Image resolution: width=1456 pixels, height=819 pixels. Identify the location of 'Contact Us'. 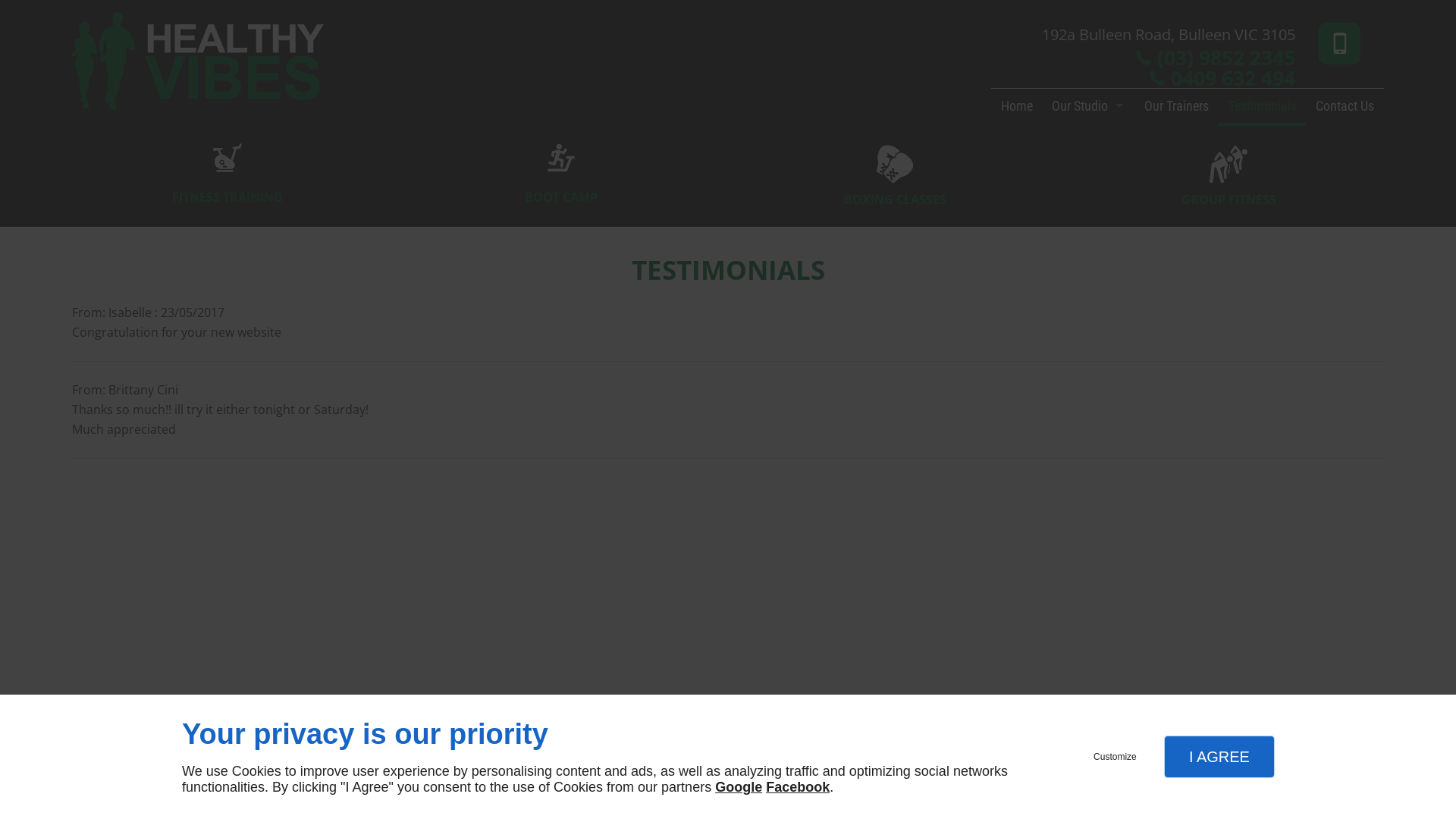
(1305, 106).